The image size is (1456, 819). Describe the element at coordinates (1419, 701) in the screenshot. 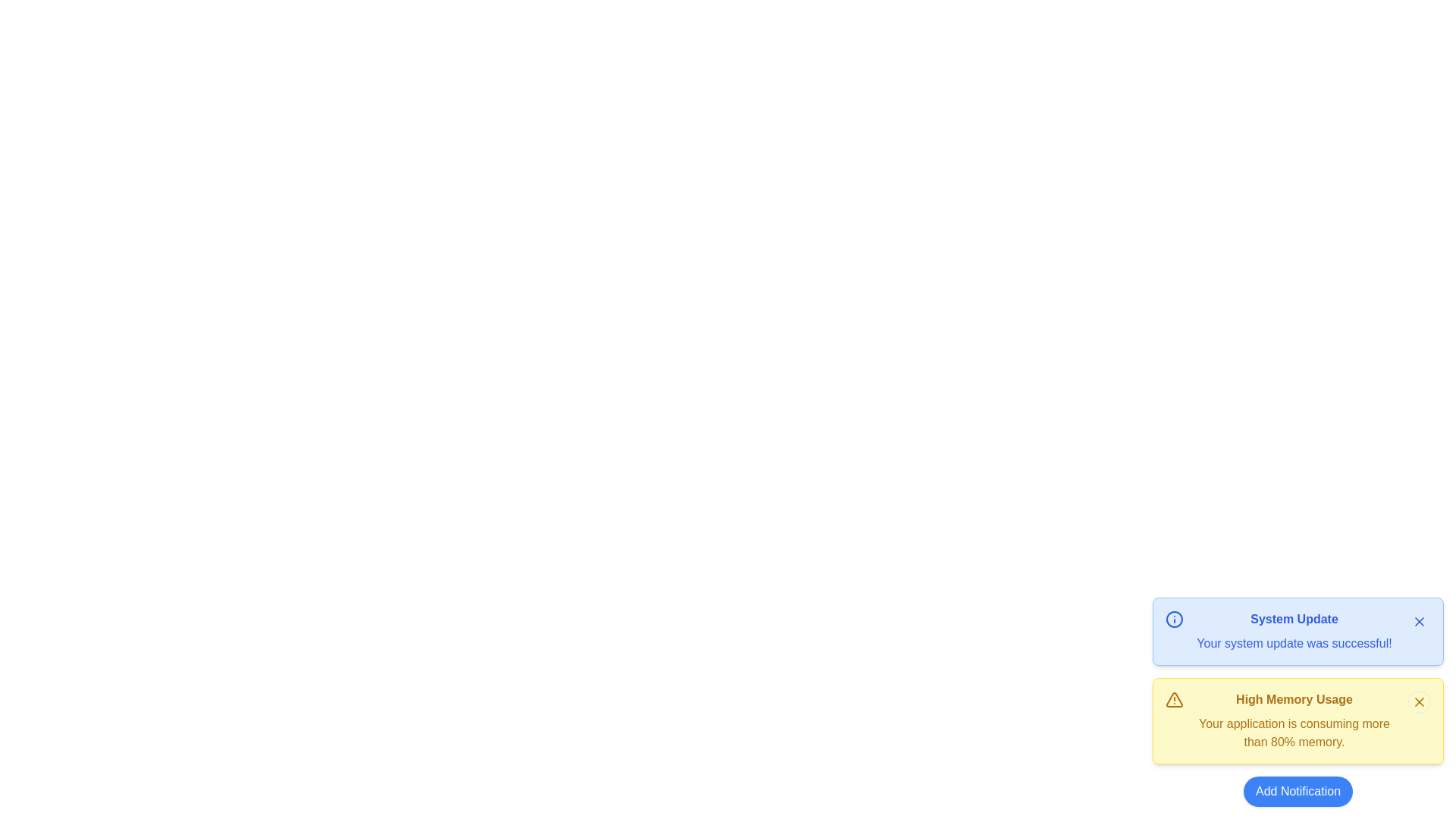

I see `the small circular 'X' icon styled as a close button located in the top-right corner of the yellow notification card labeled 'High Memory Usage'` at that location.